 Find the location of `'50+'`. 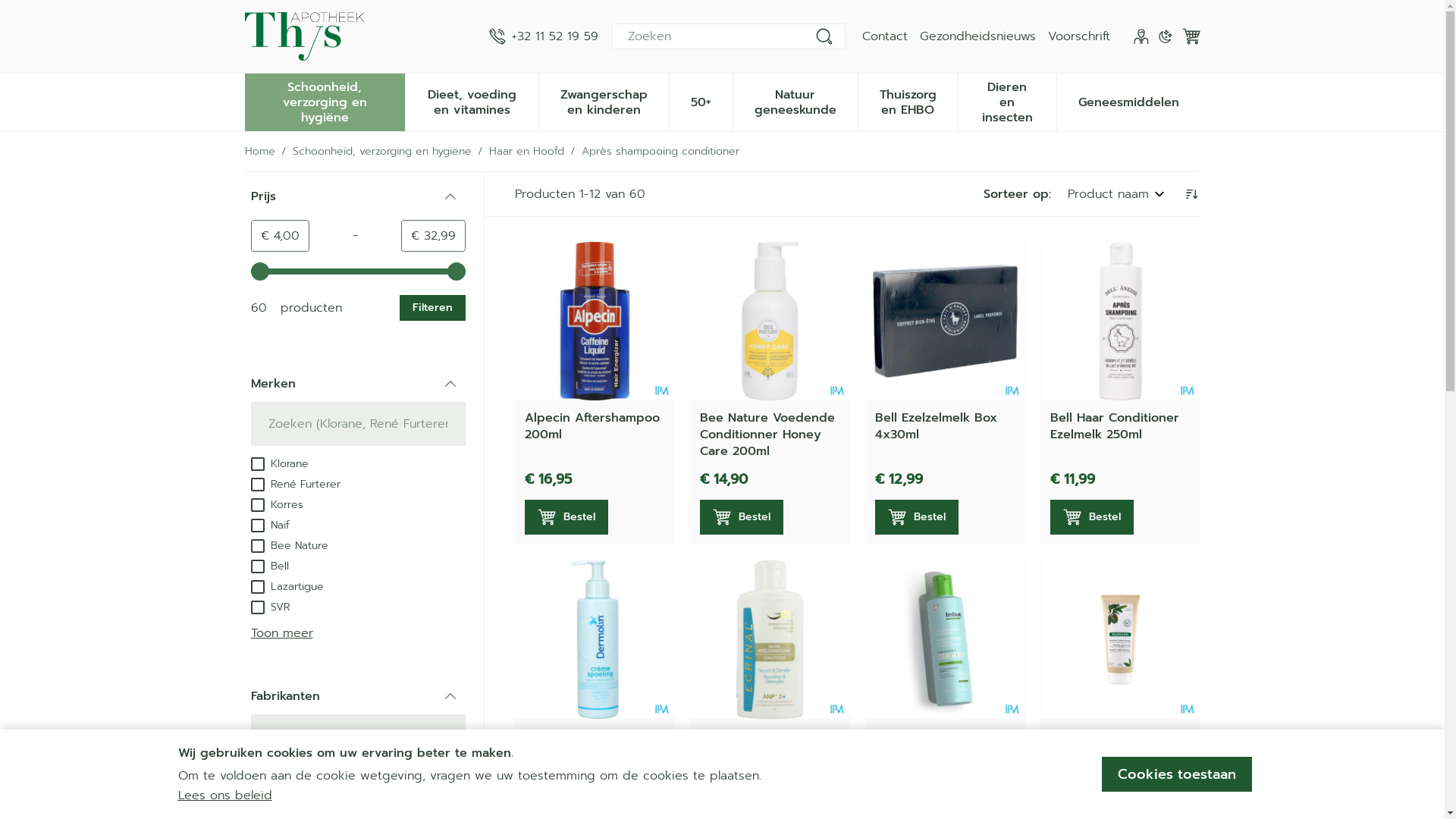

'50+' is located at coordinates (669, 100).